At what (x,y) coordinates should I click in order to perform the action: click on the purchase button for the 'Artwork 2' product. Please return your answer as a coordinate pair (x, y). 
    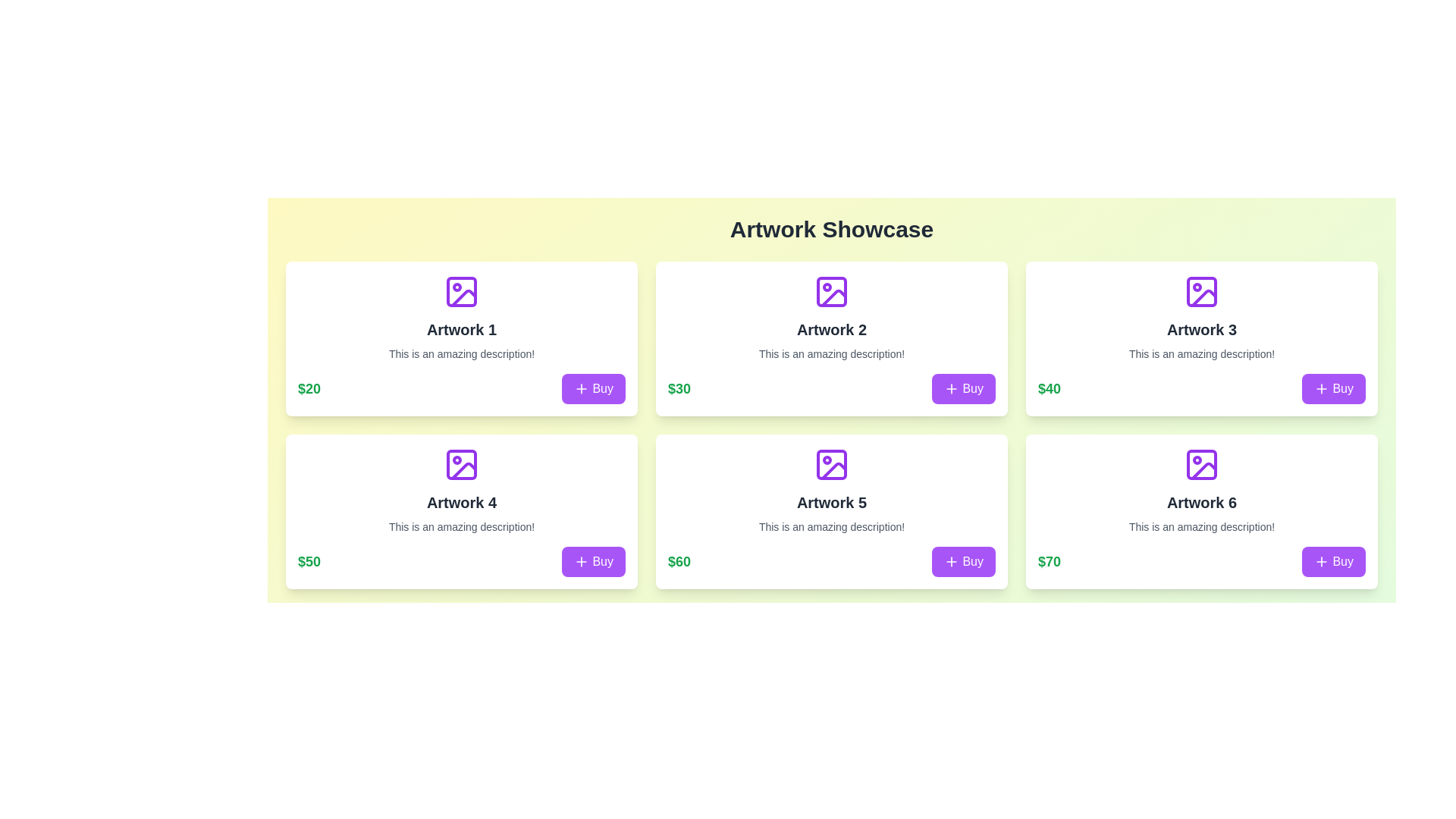
    Looking at the image, I should click on (963, 388).